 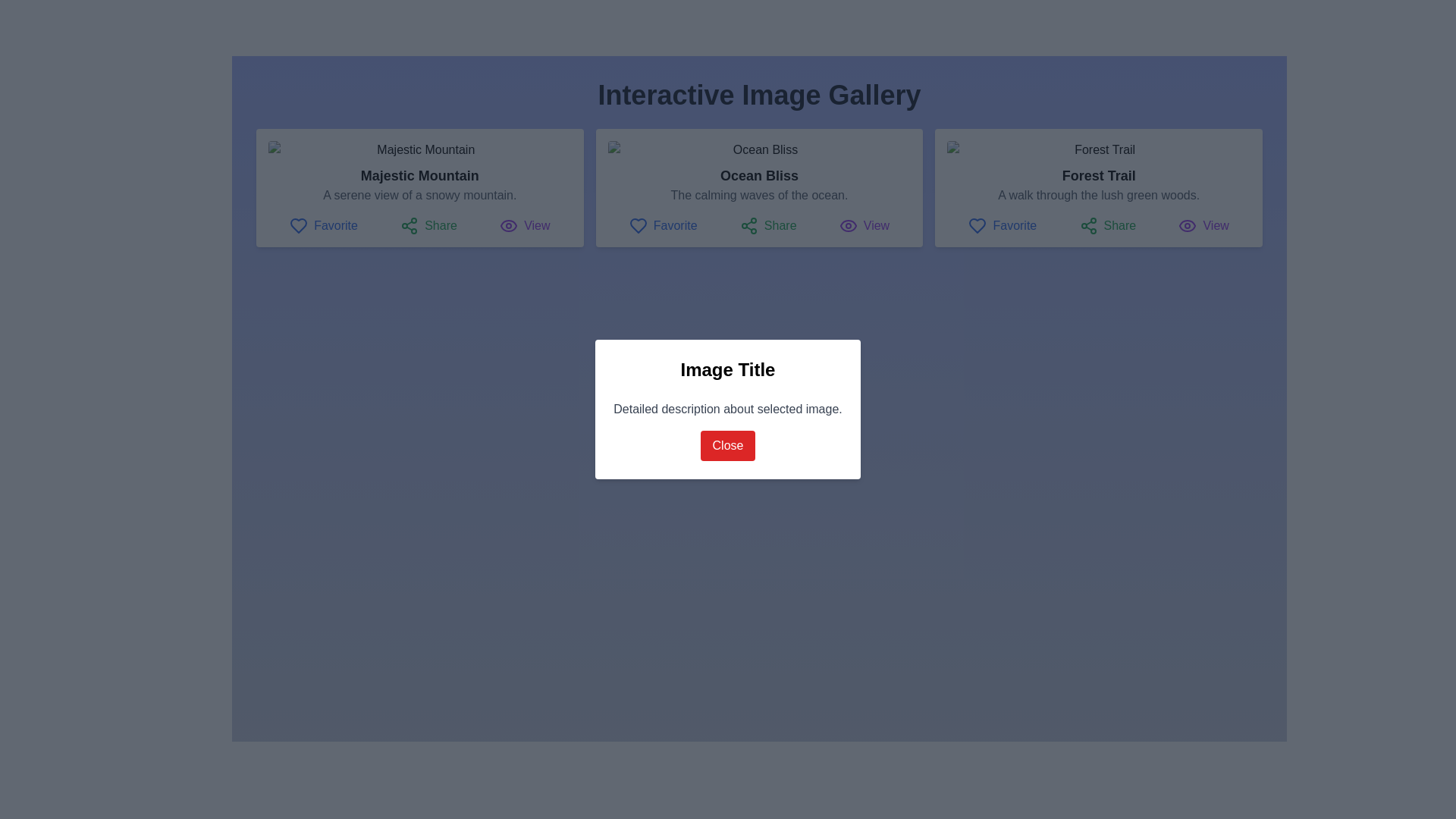 I want to click on the eye icon representing the 'view' action located in the button group labeled 'View' for 'Ocean Bliss', so click(x=847, y=225).